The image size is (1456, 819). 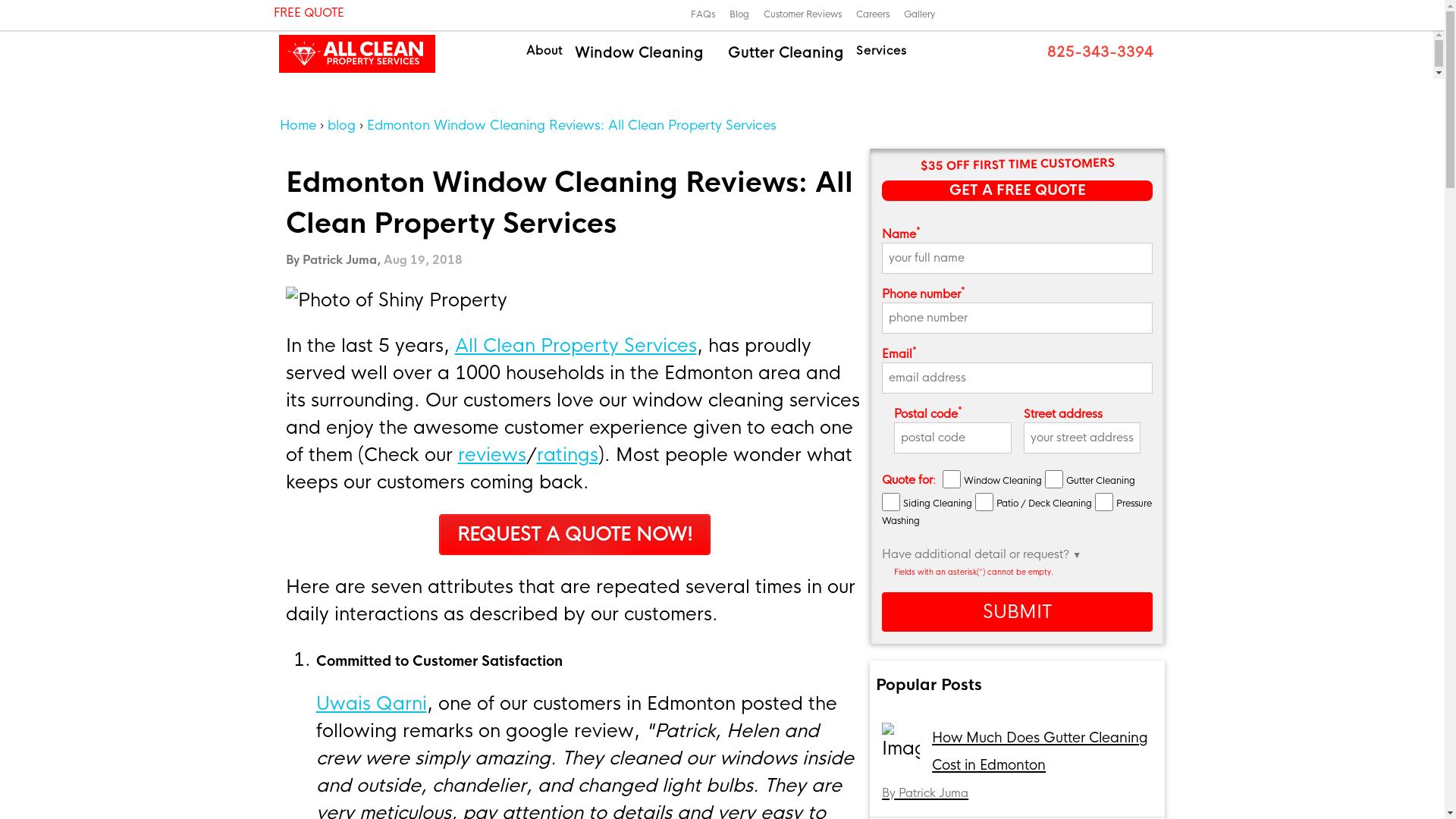 I want to click on ' REQUEST A QUOTE NOW! ', so click(x=574, y=534).